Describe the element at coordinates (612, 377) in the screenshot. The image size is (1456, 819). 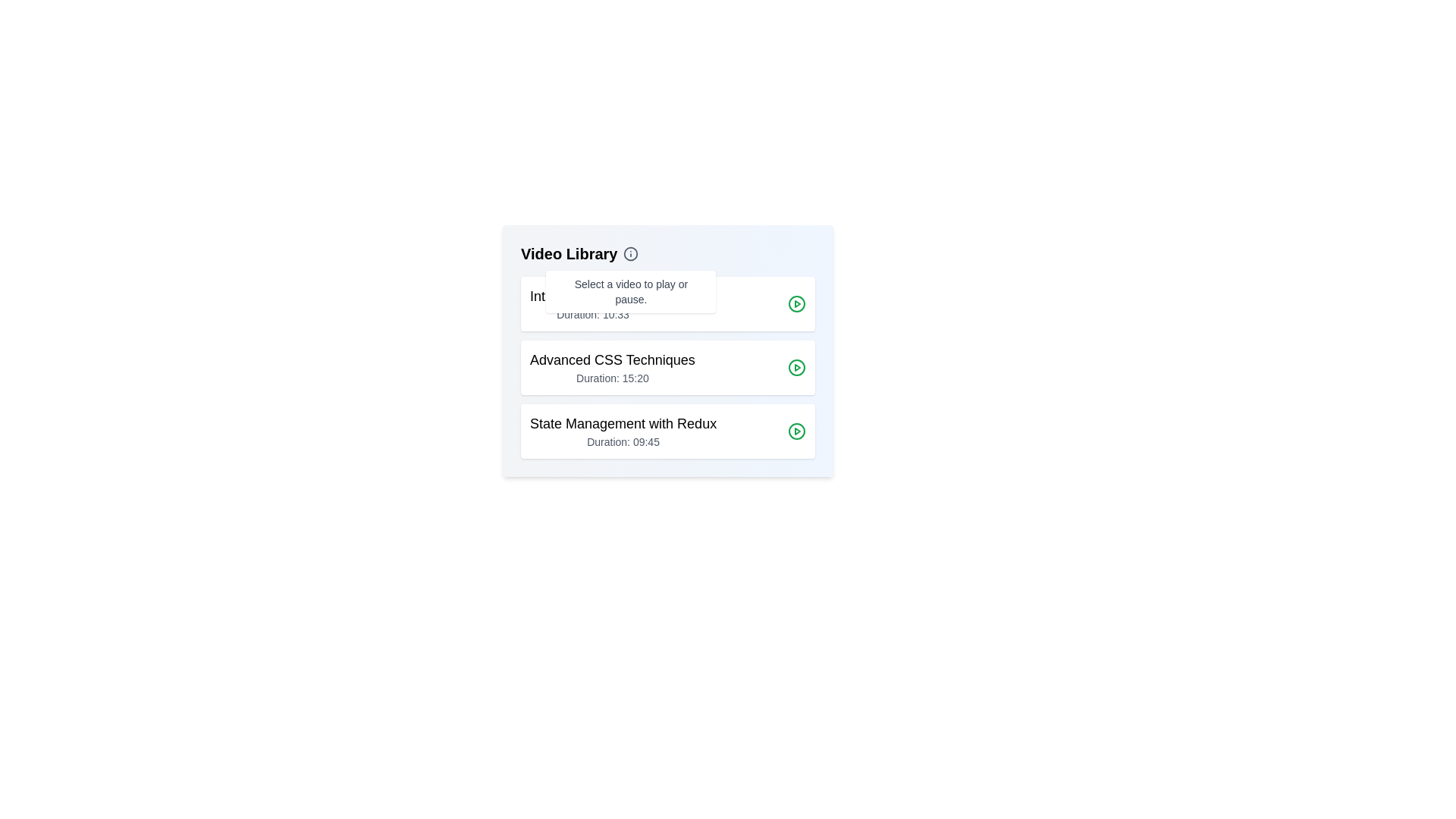
I see `the text label displaying the duration of the video titled 'Advanced CSS Techniques', which is positioned directly underneath the title within the card` at that location.